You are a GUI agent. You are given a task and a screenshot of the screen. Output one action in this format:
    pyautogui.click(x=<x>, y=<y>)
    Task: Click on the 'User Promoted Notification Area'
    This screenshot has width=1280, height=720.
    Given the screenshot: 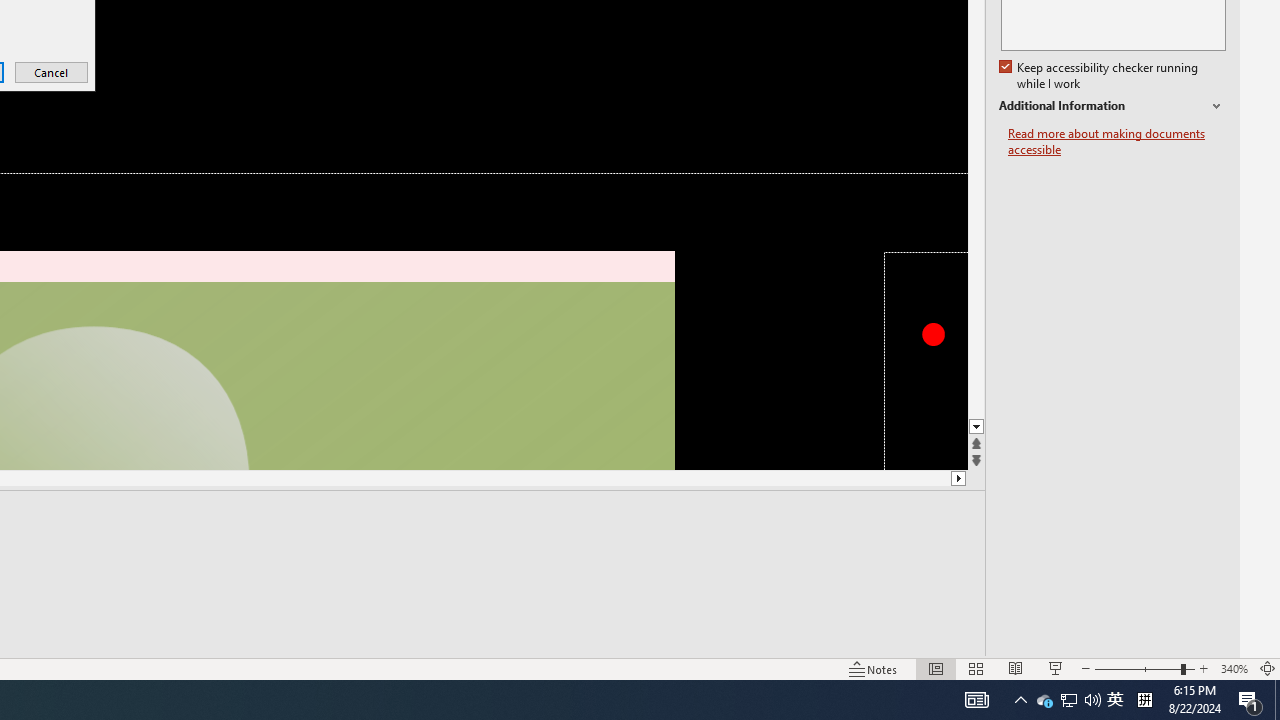 What is the action you would take?
    pyautogui.click(x=1067, y=698)
    